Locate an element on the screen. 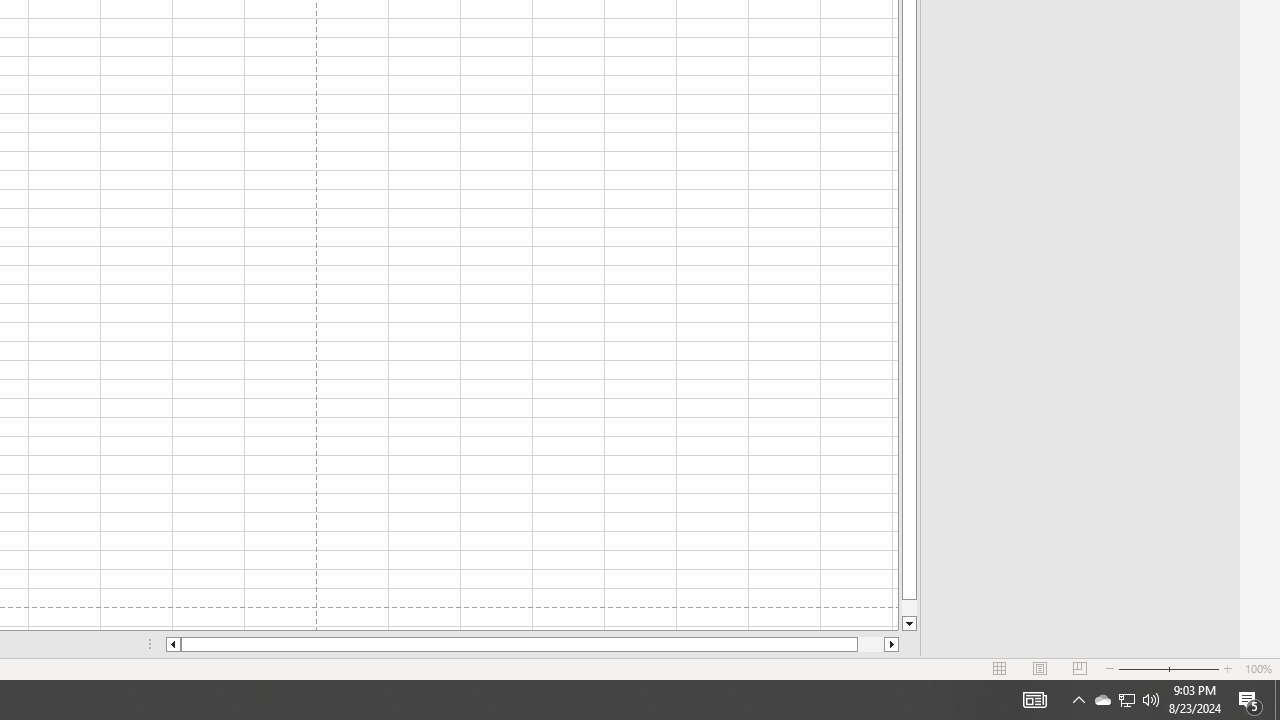 This screenshot has height=720, width=1280. 'Page right' is located at coordinates (871, 644).